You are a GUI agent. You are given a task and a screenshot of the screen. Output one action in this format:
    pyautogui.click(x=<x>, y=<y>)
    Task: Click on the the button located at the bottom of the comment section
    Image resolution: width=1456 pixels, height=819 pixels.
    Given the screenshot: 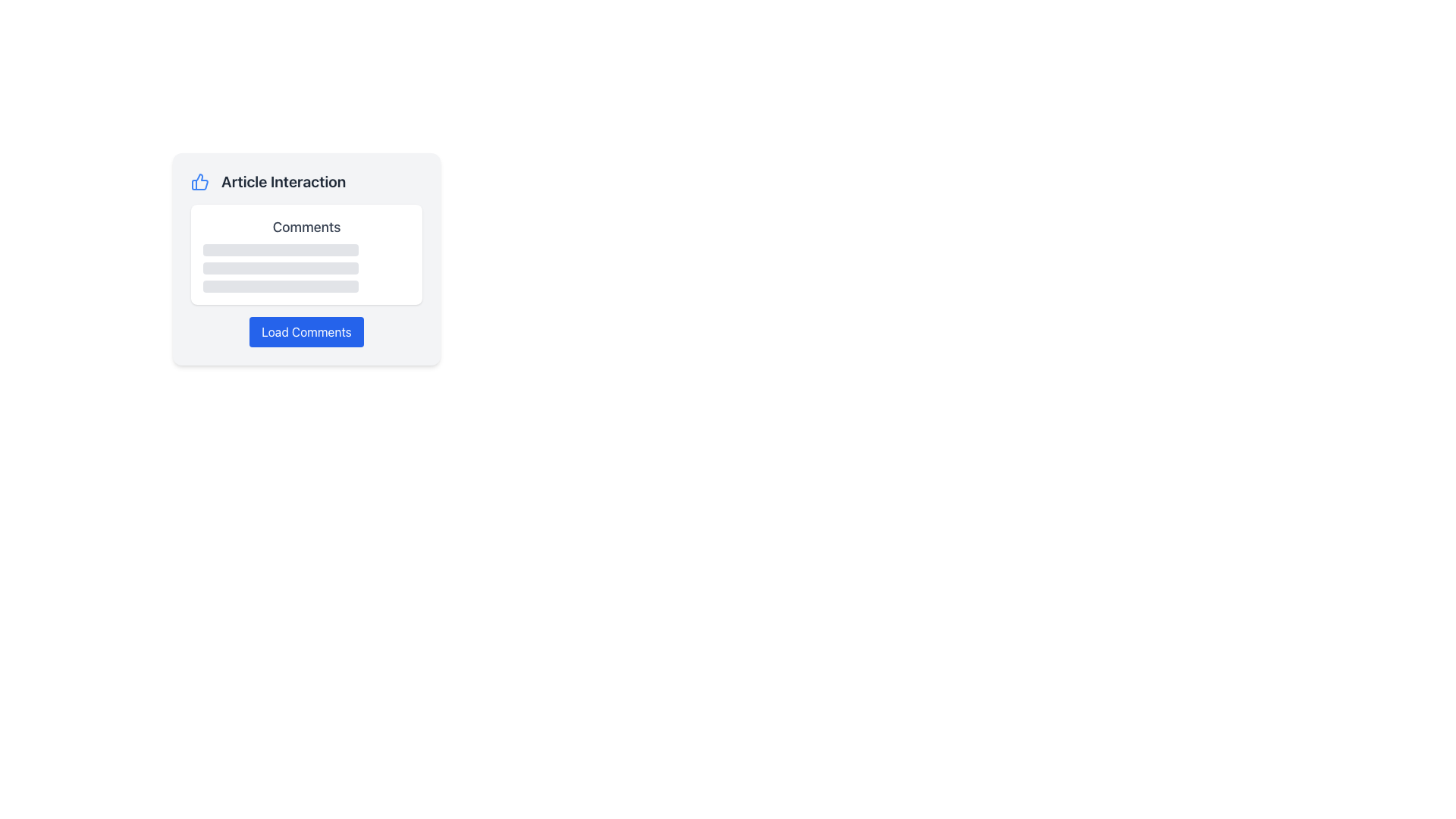 What is the action you would take?
    pyautogui.click(x=306, y=331)
    